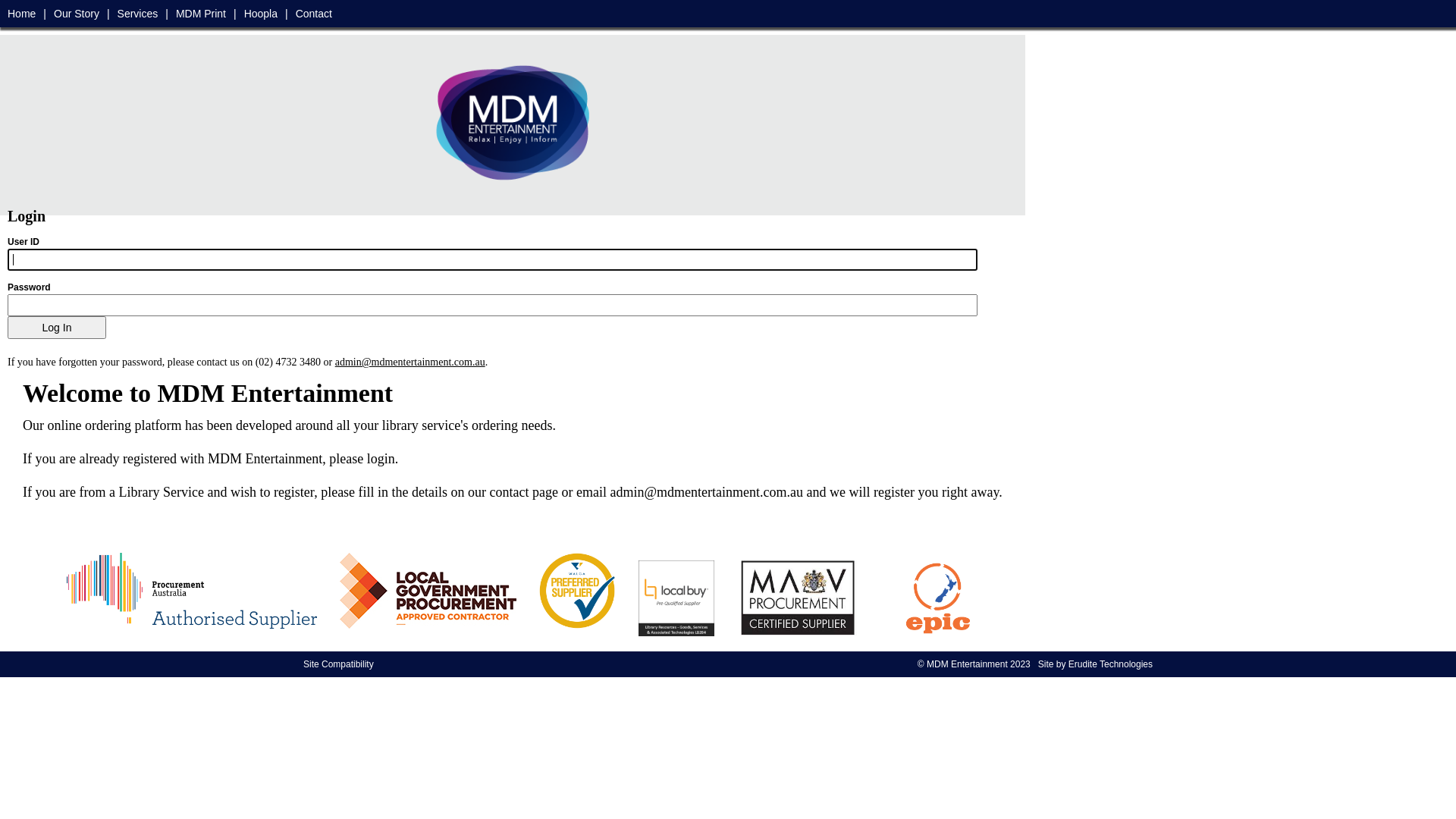  Describe the element at coordinates (7, 327) in the screenshot. I see `'Log In'` at that location.